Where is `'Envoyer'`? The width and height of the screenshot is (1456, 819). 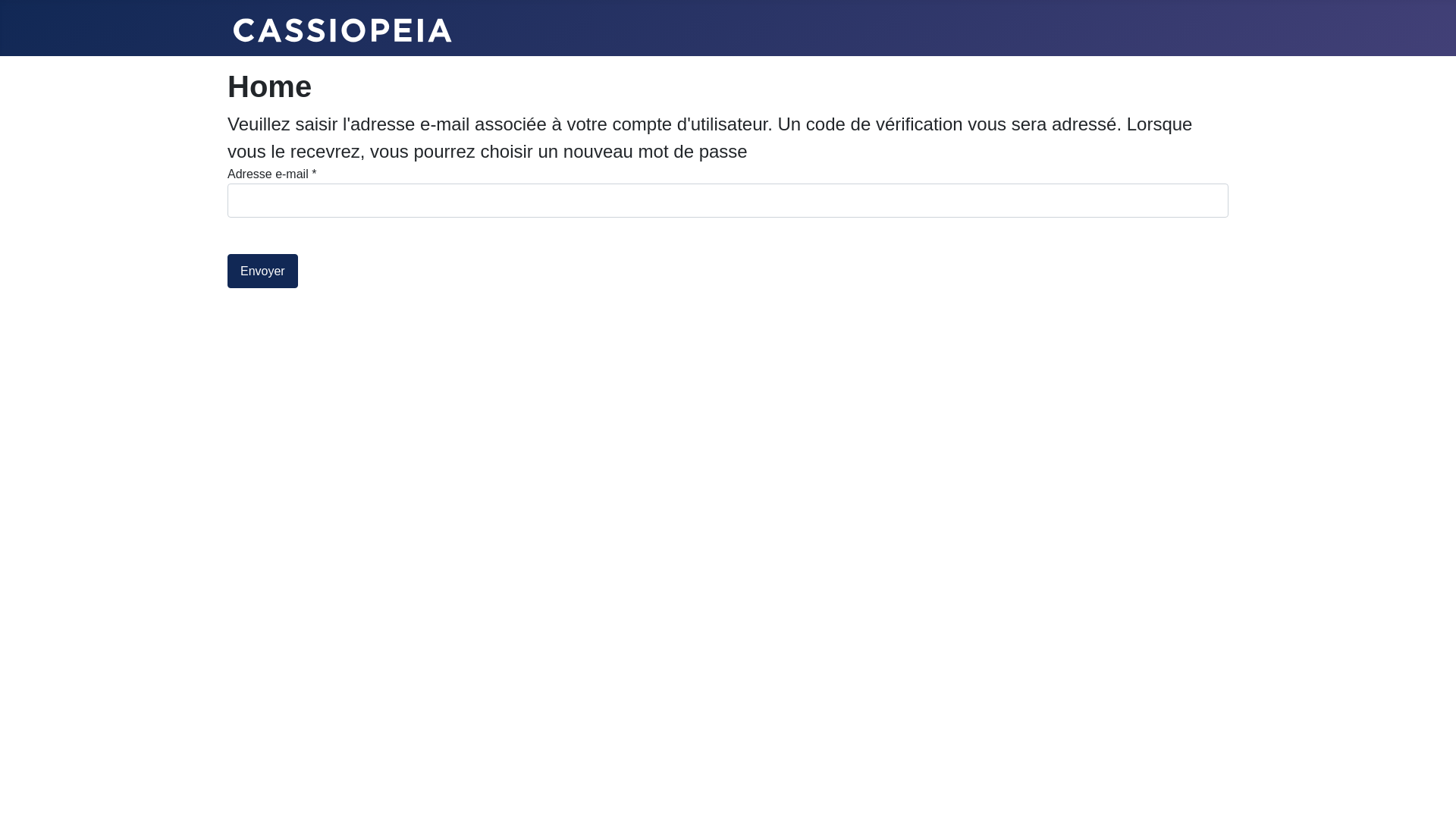 'Envoyer' is located at coordinates (262, 270).